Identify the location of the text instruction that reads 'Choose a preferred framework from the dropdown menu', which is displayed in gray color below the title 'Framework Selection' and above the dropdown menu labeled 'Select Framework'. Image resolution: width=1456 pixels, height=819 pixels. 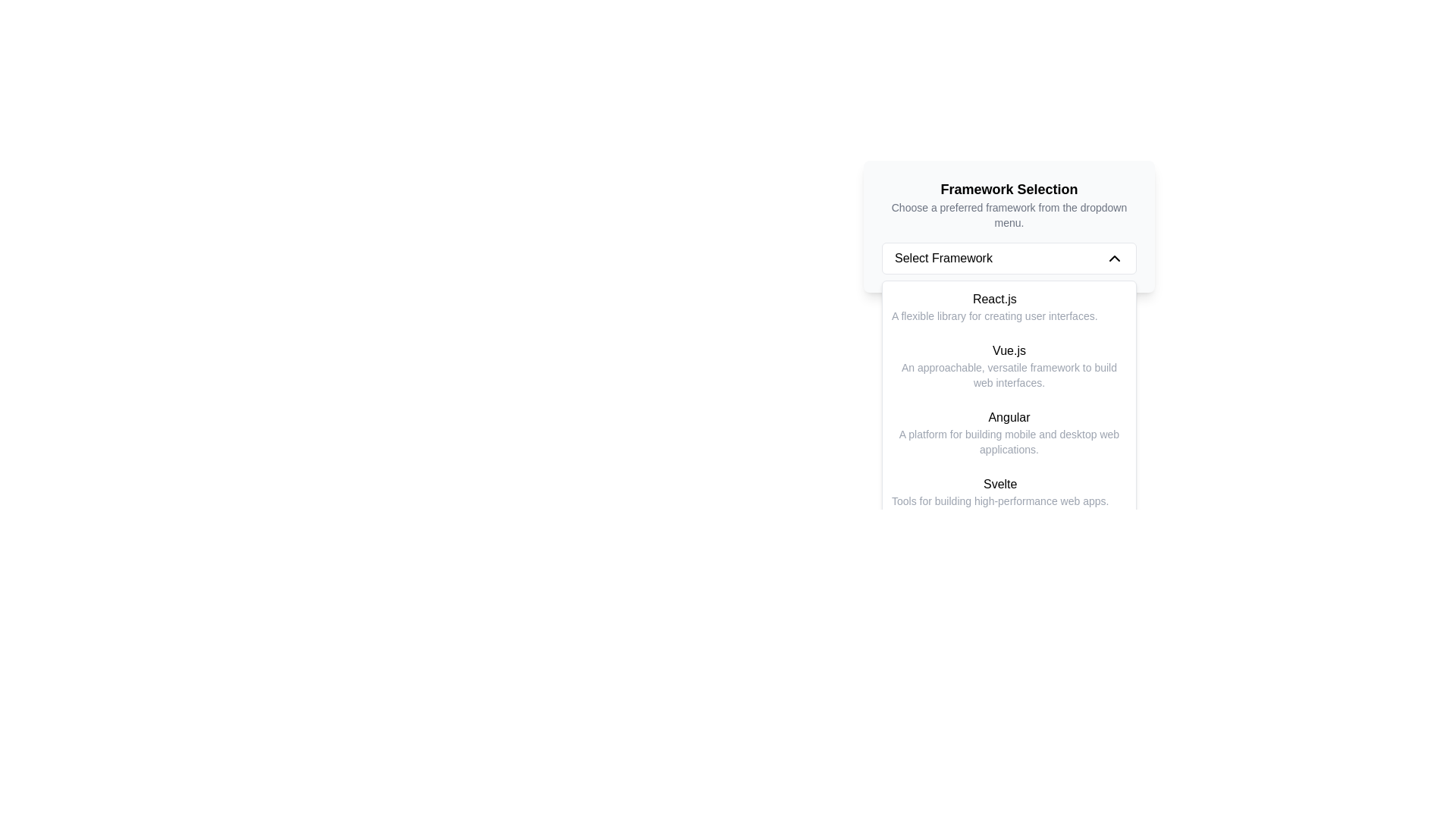
(1009, 215).